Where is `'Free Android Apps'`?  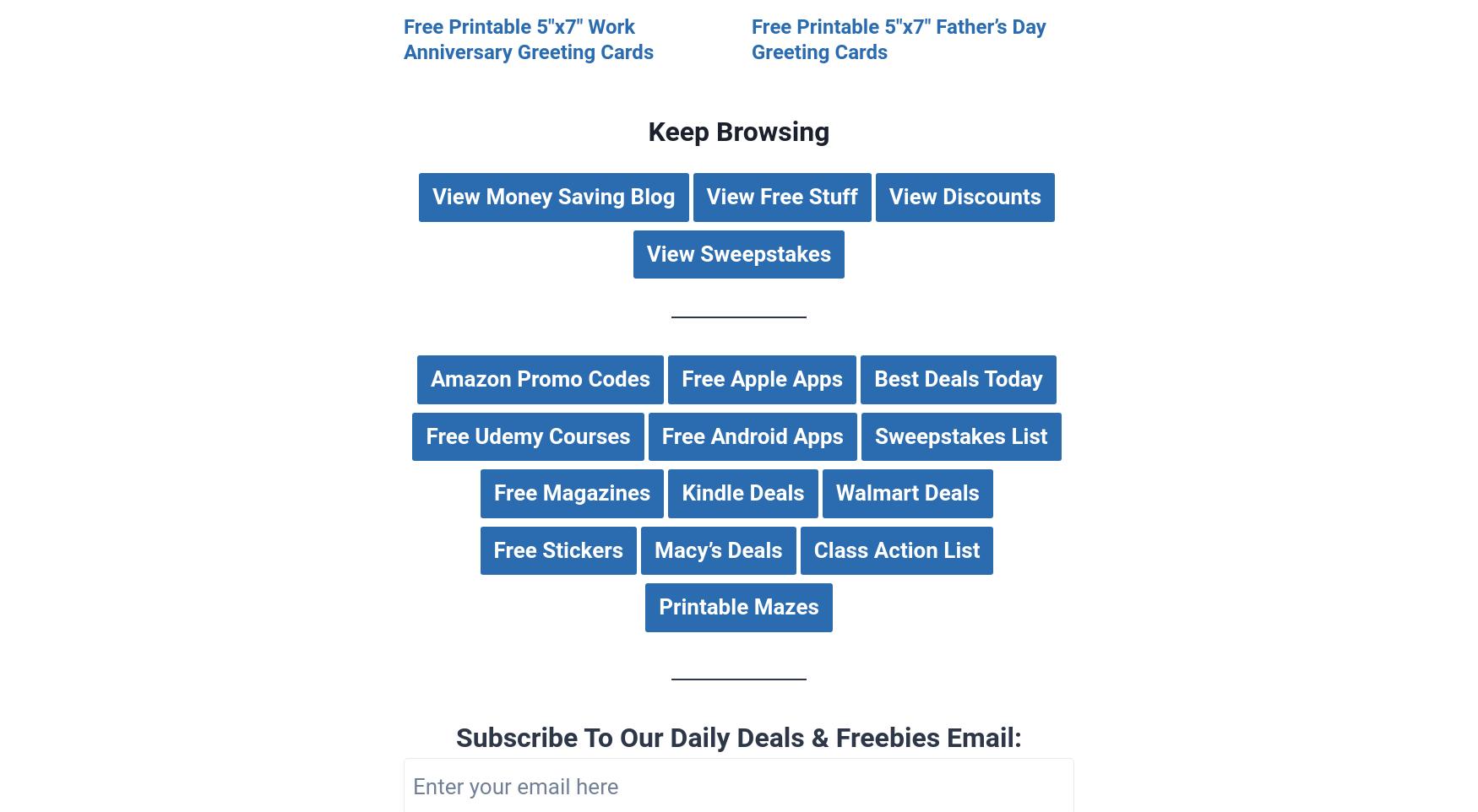
'Free Android Apps' is located at coordinates (751, 435).